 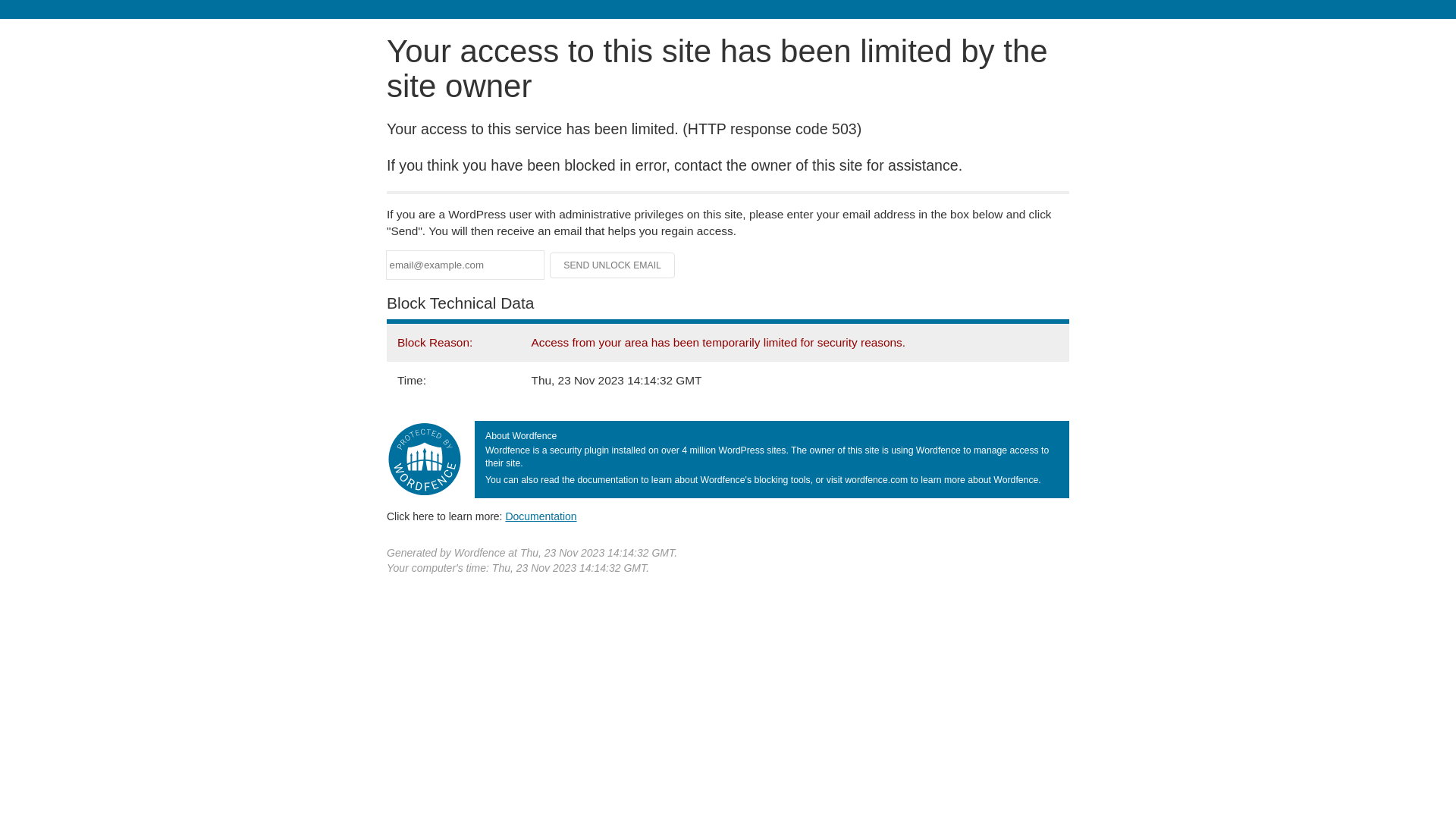 What do you see at coordinates (612, 265) in the screenshot?
I see `'Send Unlock Email'` at bounding box center [612, 265].